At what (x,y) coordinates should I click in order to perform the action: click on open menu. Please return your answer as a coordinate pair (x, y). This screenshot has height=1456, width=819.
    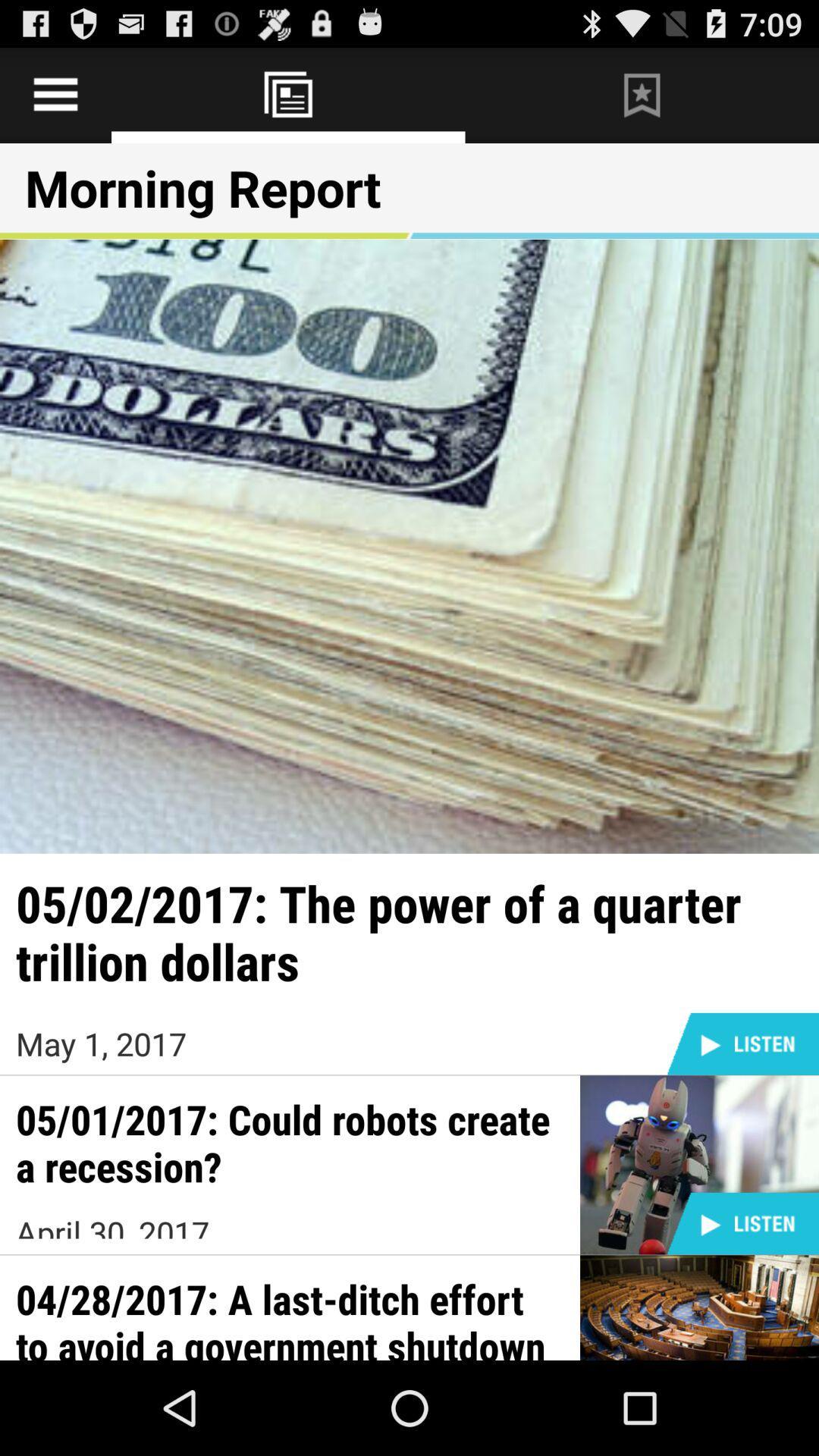
    Looking at the image, I should click on (55, 94).